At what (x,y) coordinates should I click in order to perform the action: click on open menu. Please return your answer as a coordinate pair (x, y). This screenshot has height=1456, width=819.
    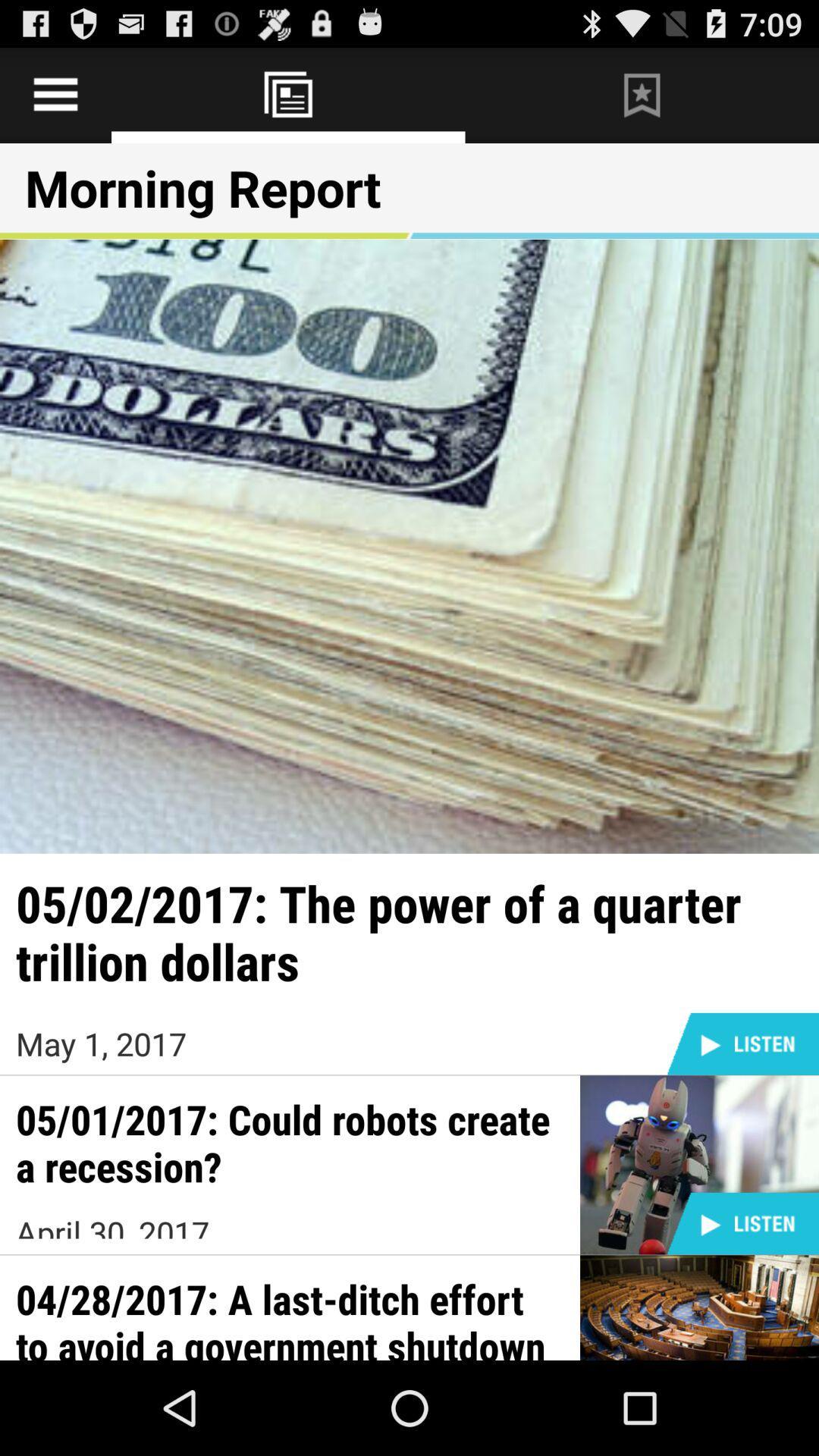
    Looking at the image, I should click on (55, 94).